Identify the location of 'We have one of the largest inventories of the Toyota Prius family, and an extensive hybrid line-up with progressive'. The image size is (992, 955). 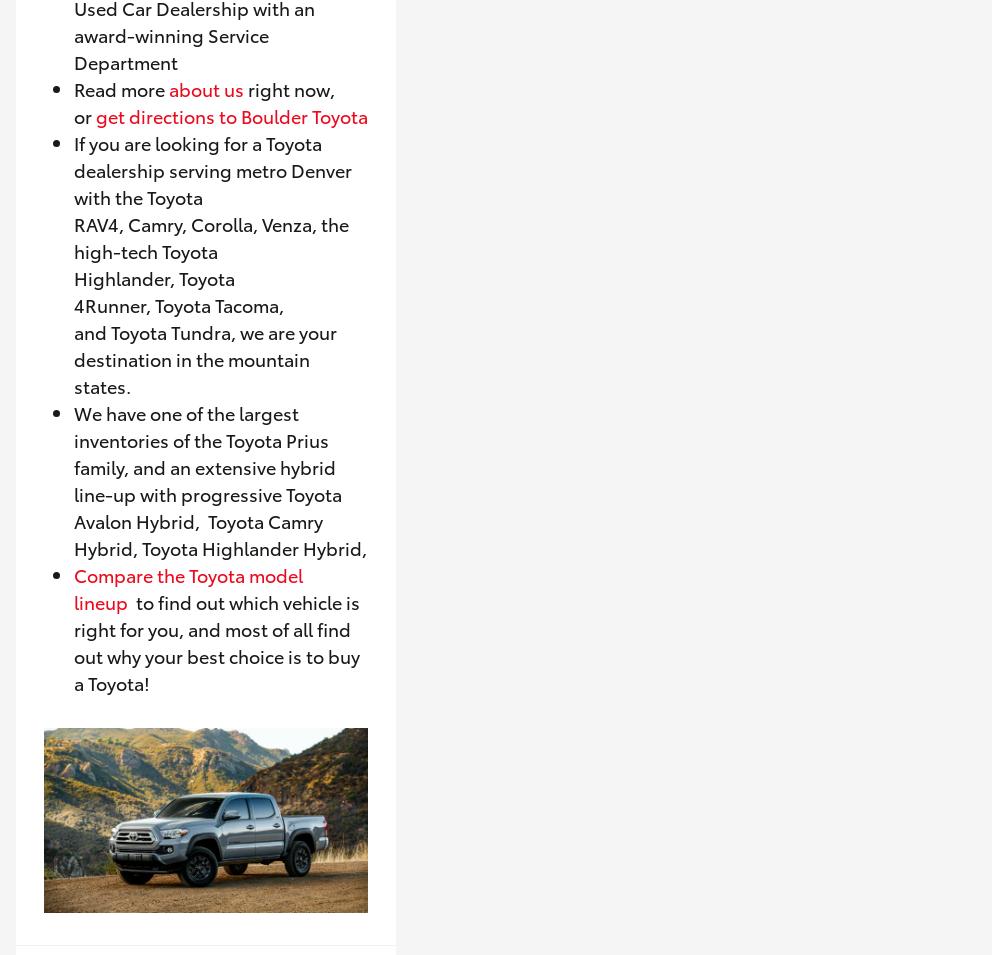
(204, 451).